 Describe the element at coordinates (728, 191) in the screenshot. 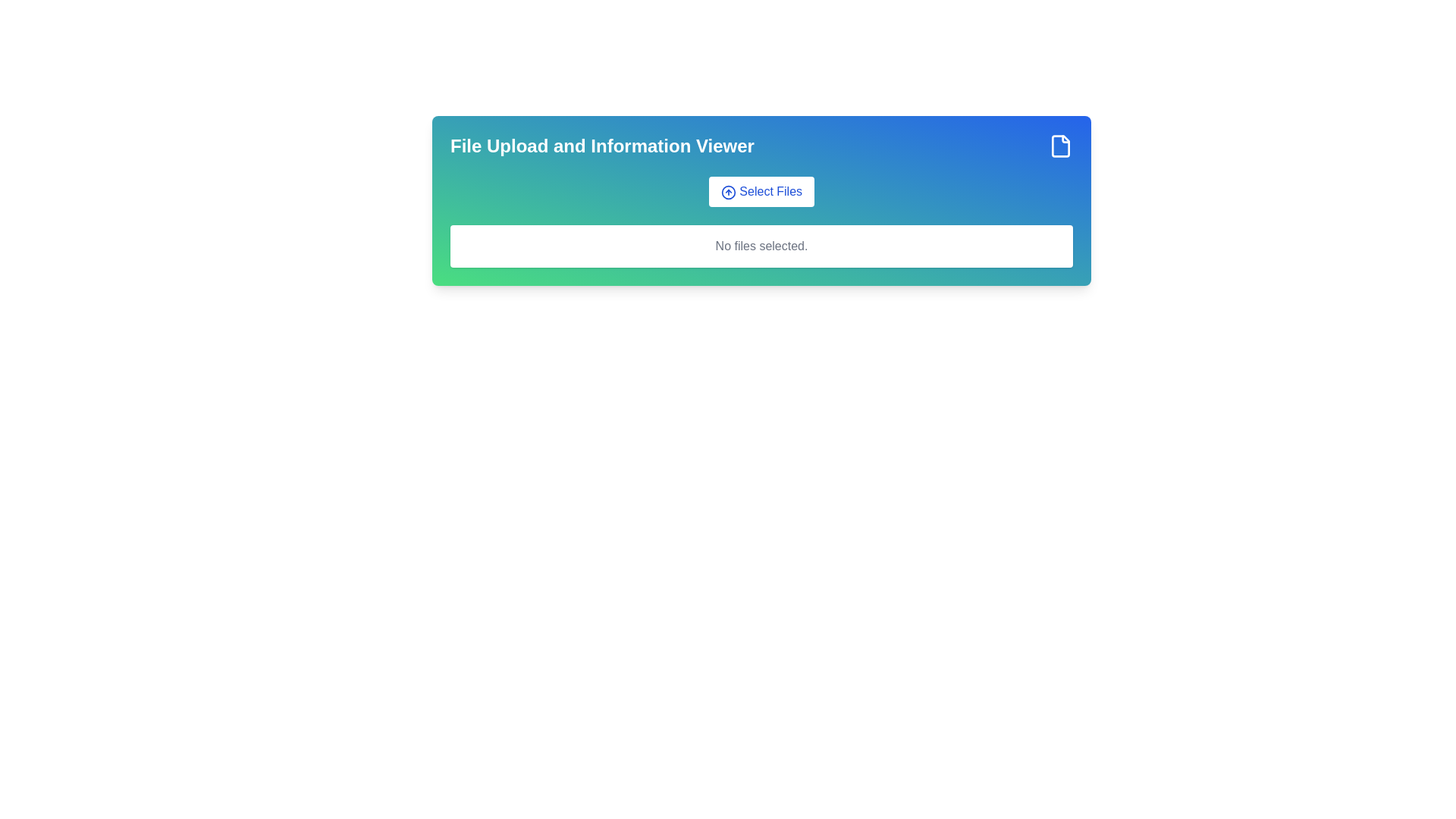

I see `the circular icon with an upward arrow inside, which is part of the 'Select Files' button` at that location.